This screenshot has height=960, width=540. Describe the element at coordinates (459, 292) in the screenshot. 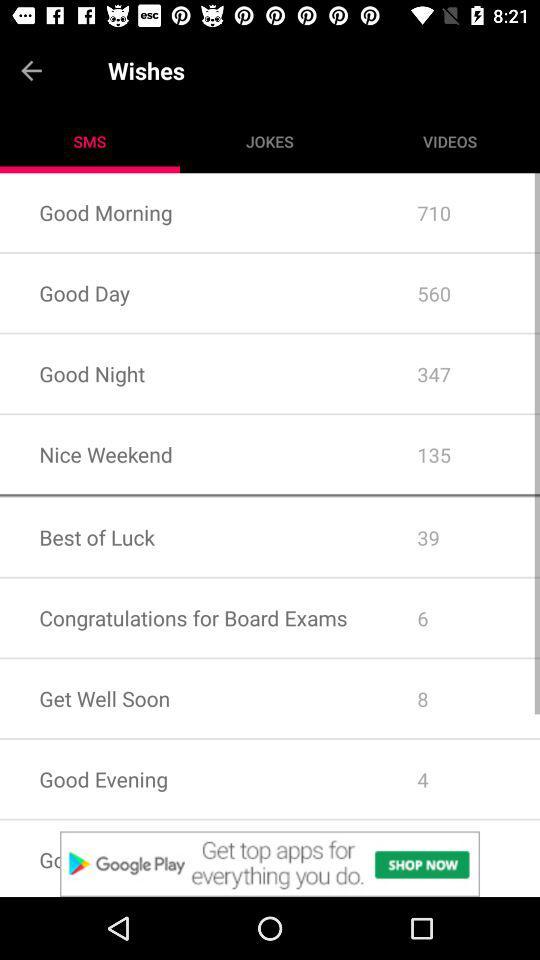

I see `app to the right of good morning icon` at that location.